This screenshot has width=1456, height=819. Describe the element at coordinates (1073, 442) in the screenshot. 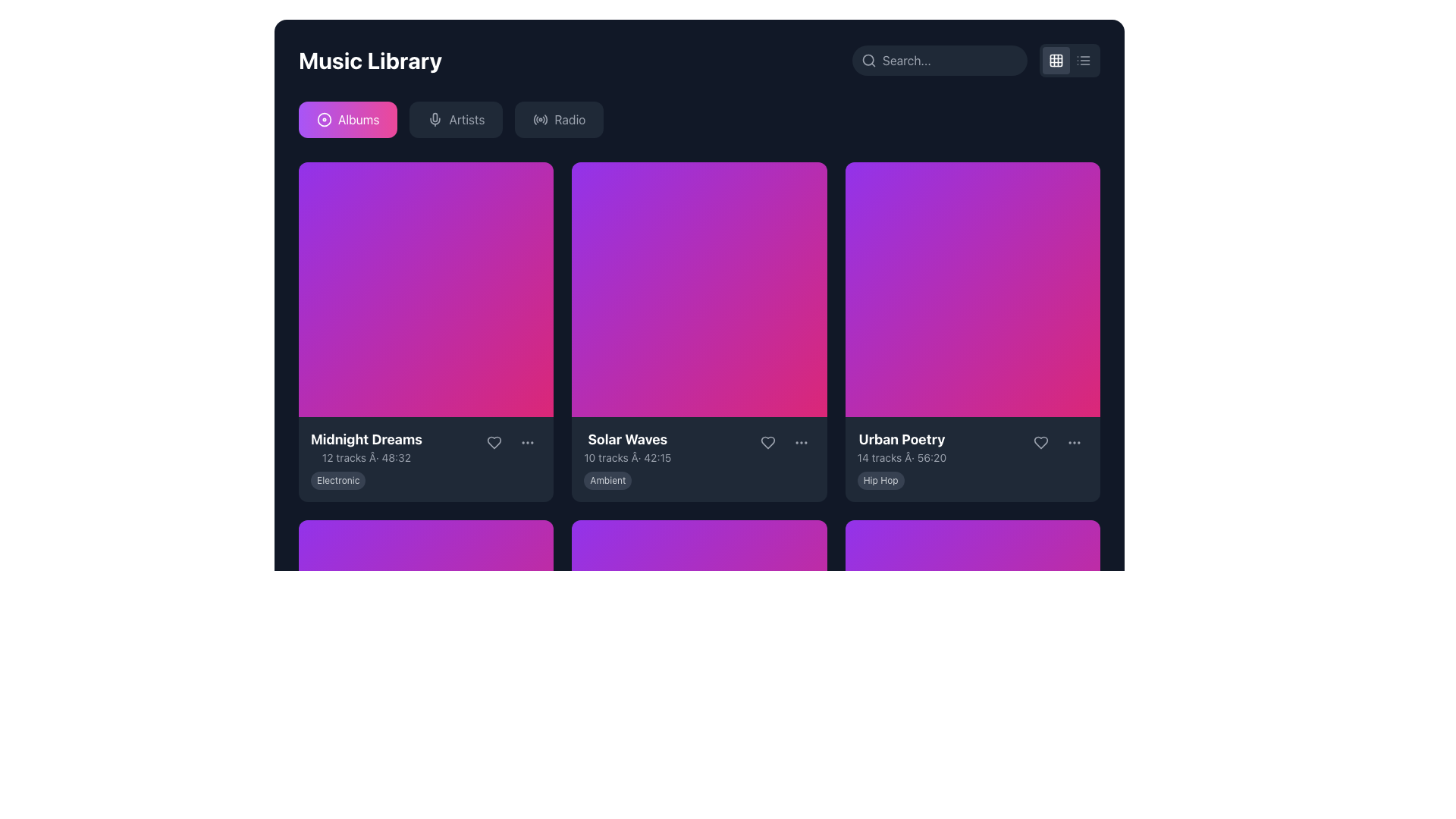

I see `the button` at that location.